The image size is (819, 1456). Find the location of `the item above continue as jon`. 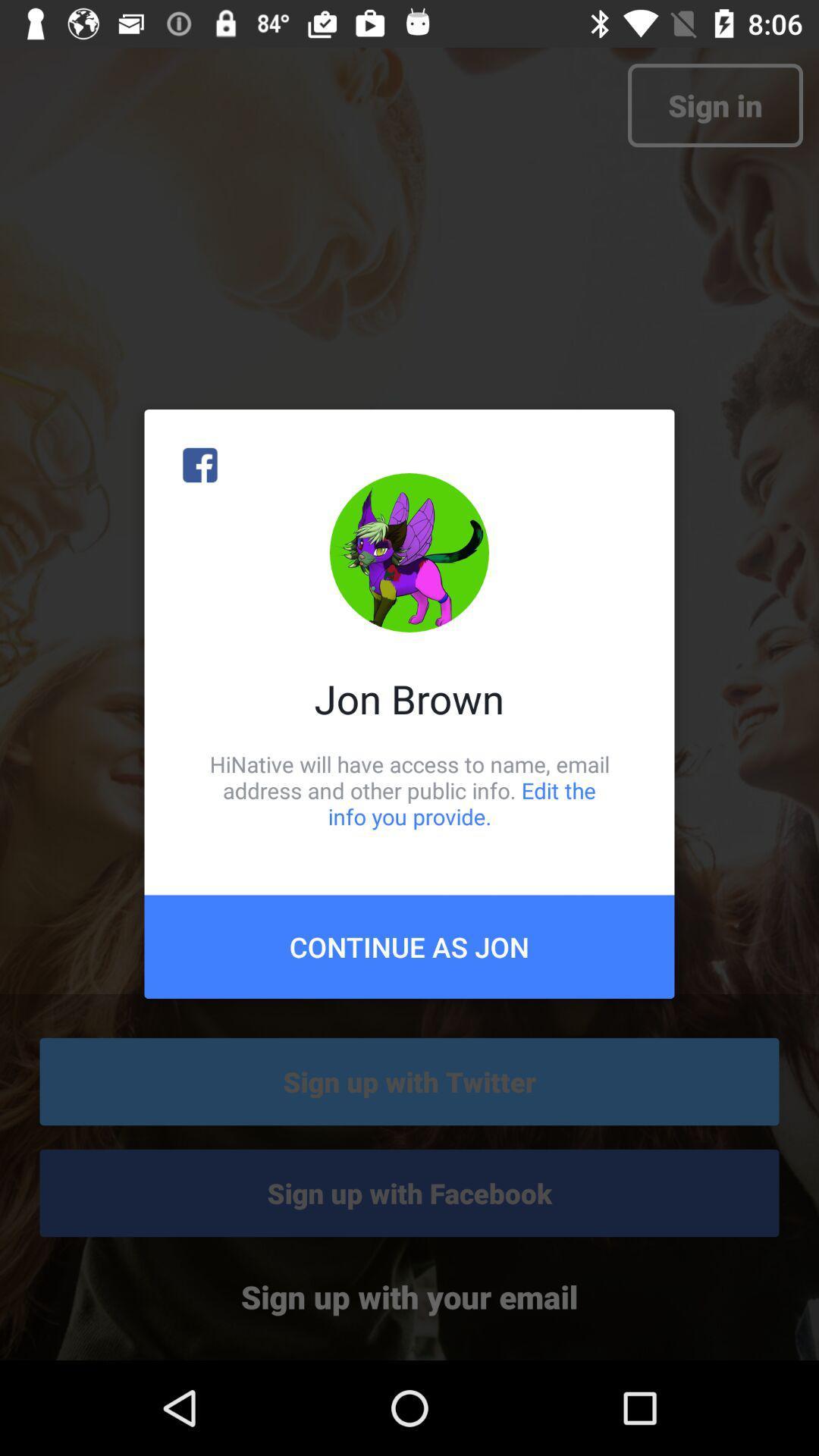

the item above continue as jon is located at coordinates (409, 789).